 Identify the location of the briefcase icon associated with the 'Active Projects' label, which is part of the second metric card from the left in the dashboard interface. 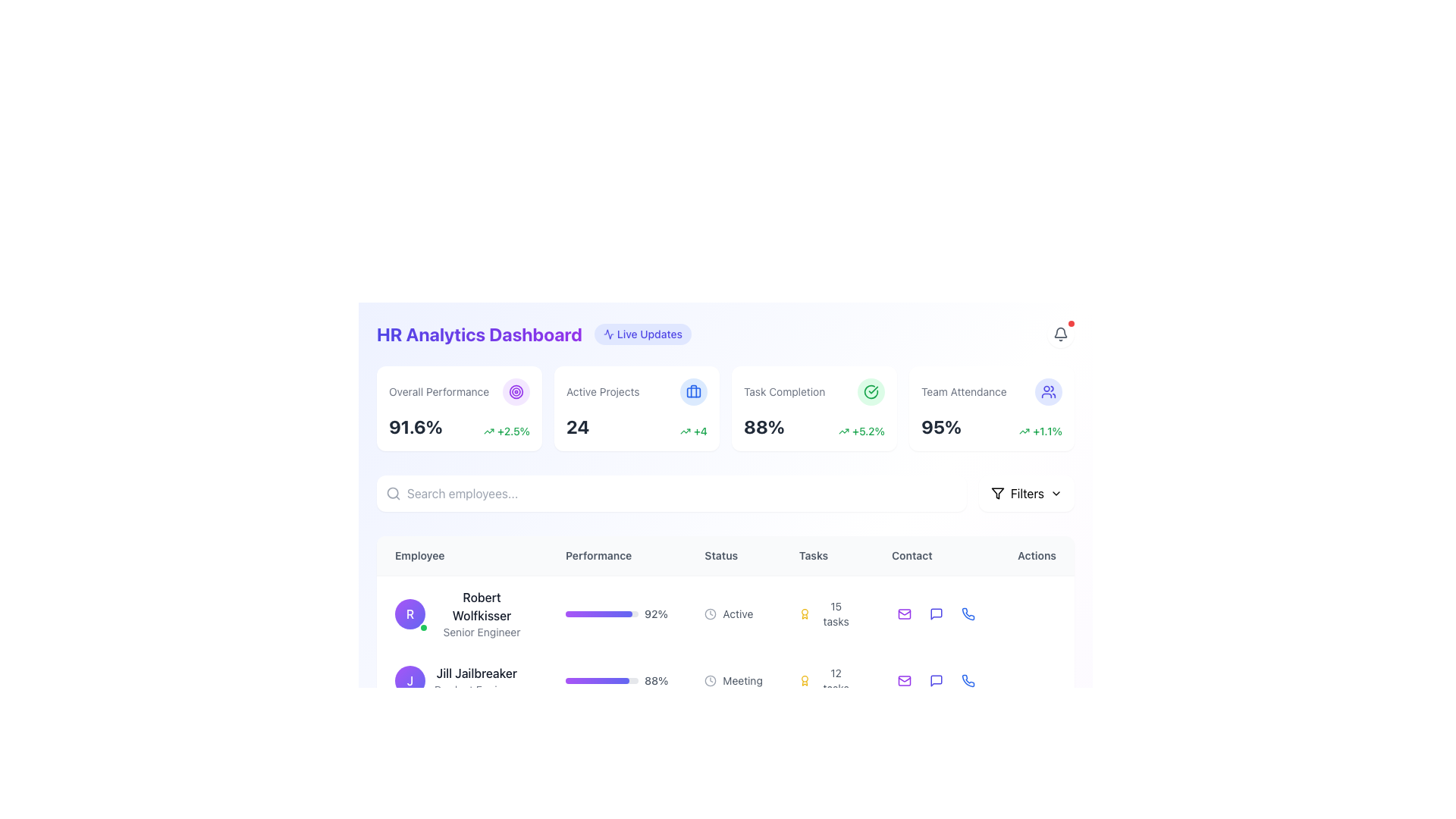
(637, 391).